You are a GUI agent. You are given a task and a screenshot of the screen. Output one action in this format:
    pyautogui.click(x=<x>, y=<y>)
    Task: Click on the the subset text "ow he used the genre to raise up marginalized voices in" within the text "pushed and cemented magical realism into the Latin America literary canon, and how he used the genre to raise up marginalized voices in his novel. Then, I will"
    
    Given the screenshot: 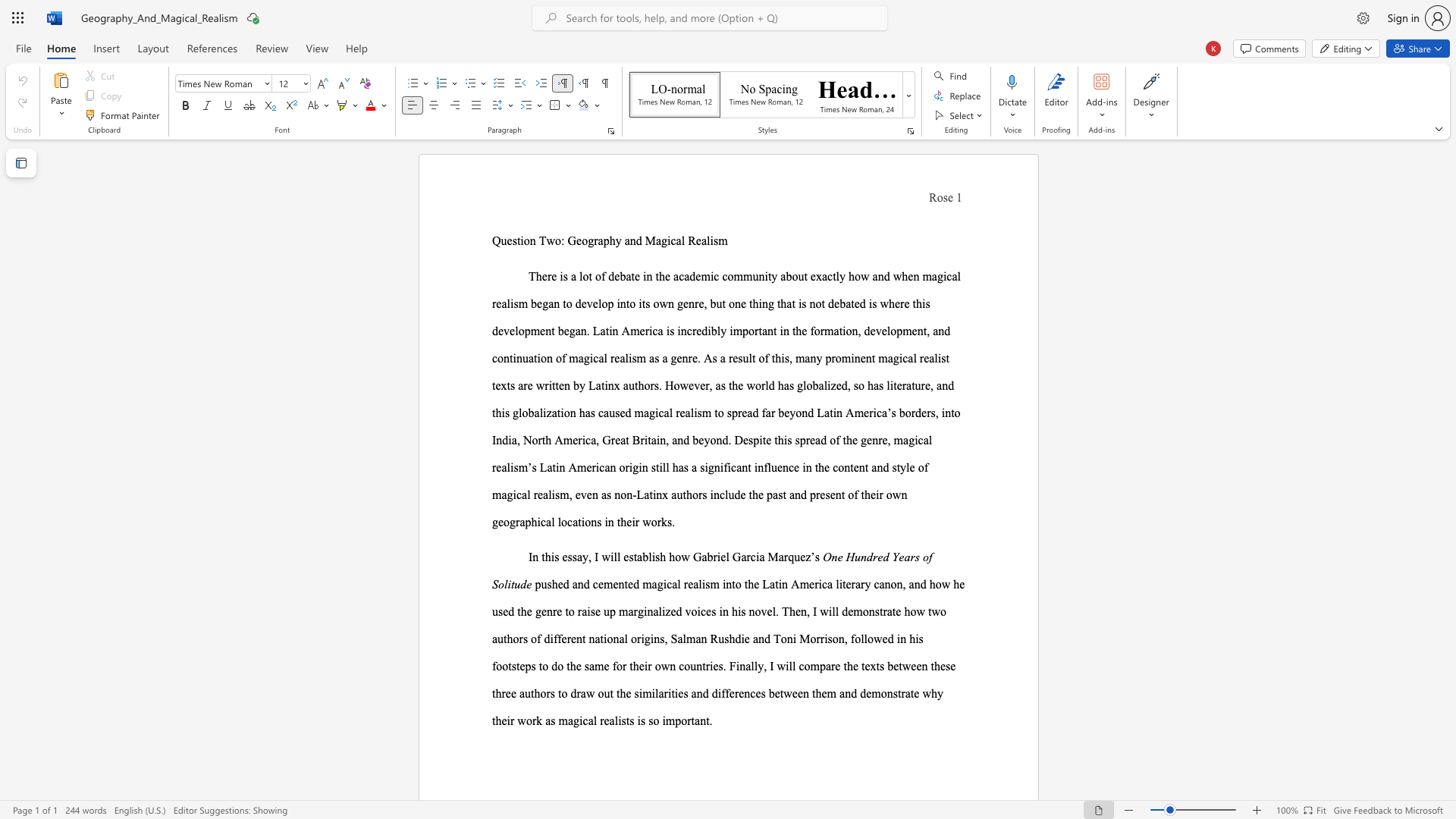 What is the action you would take?
    pyautogui.click(x=934, y=583)
    